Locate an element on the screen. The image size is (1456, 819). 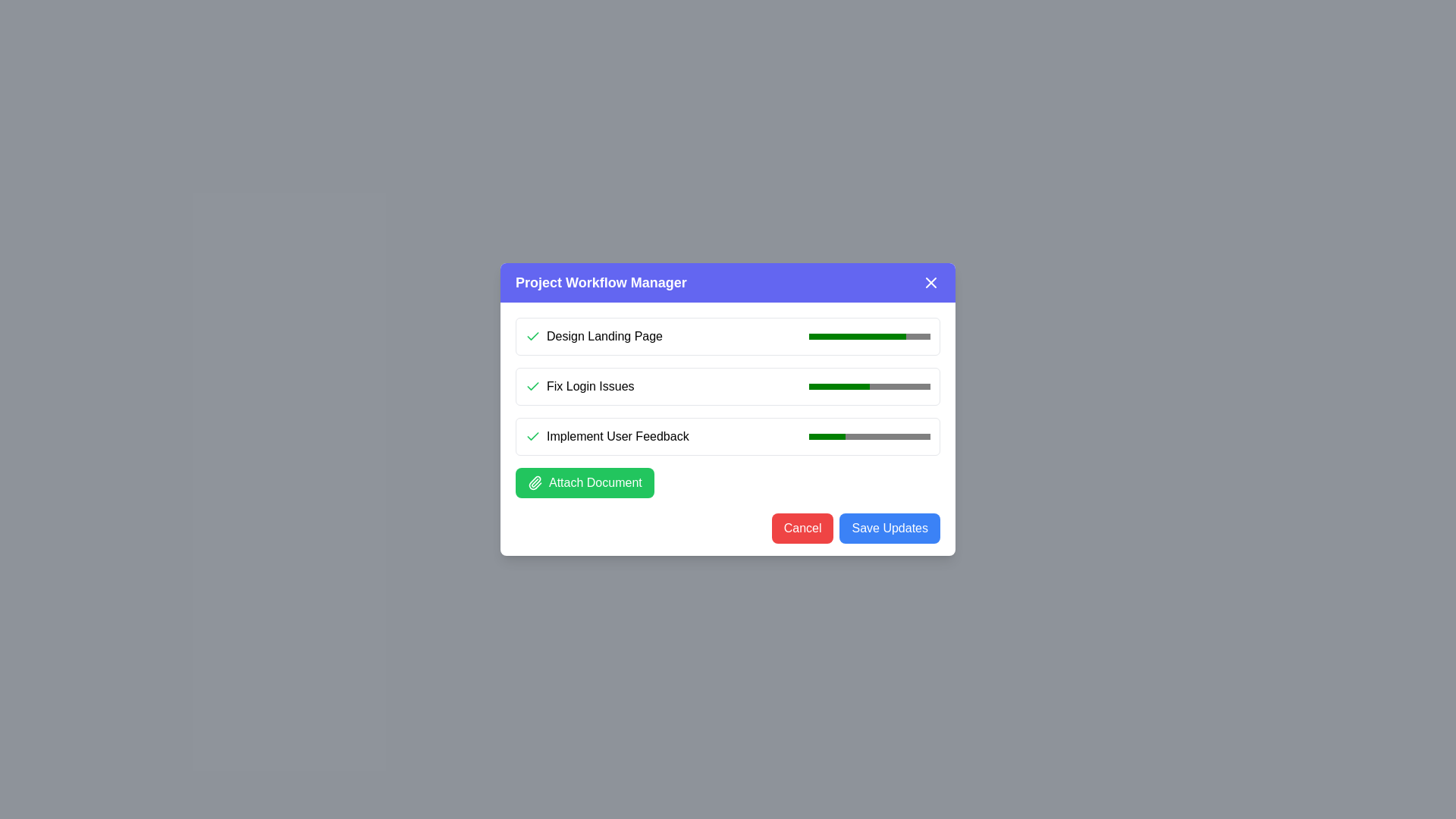
the paperclip icon within the 'Attach Document' button located at the lower-left corner of the dialog box is located at coordinates (535, 482).